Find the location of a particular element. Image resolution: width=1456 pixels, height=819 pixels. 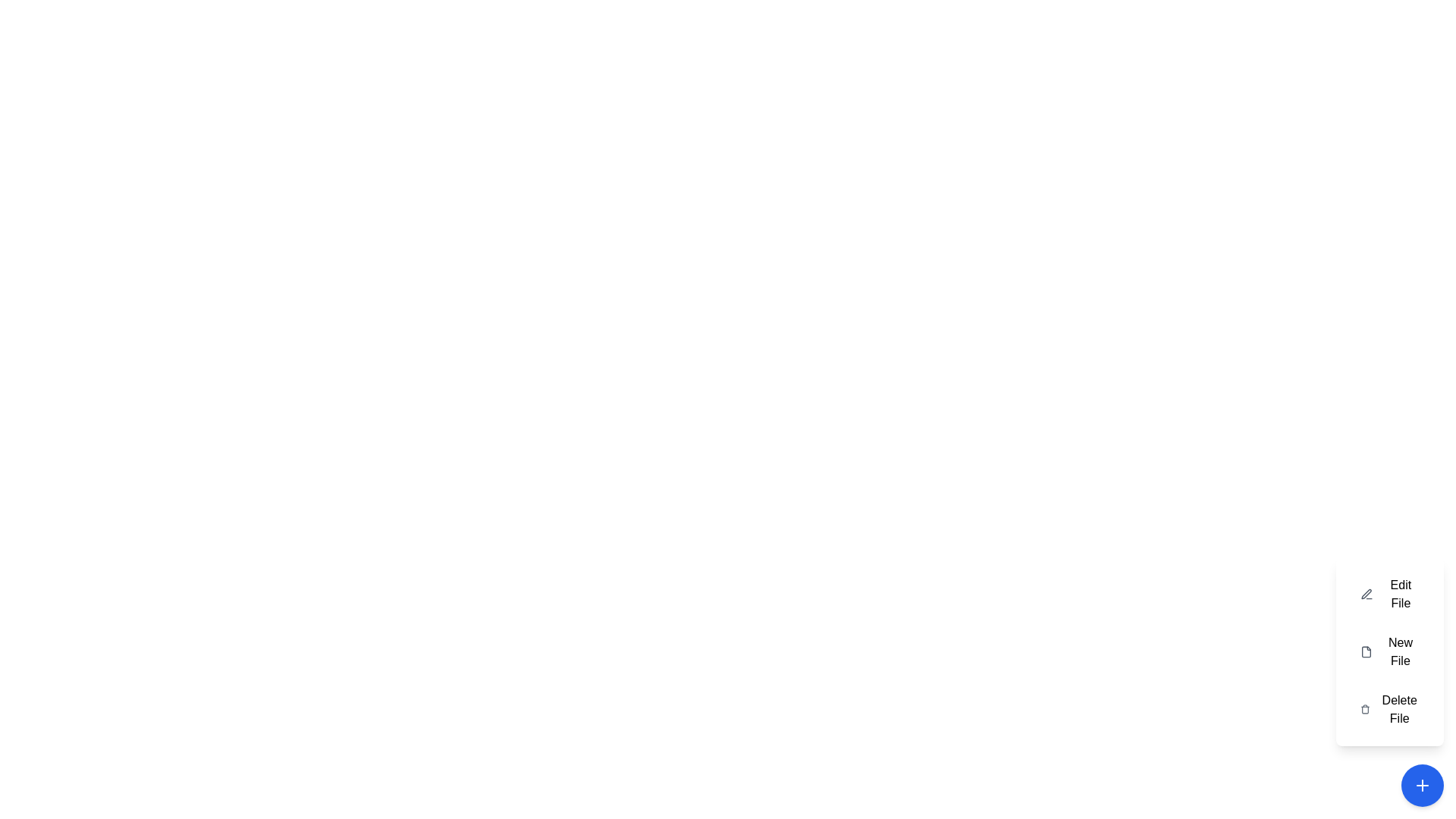

on the trash can icon at the bottom of the 'Delete File' section in the vertical menu is located at coordinates (1365, 710).